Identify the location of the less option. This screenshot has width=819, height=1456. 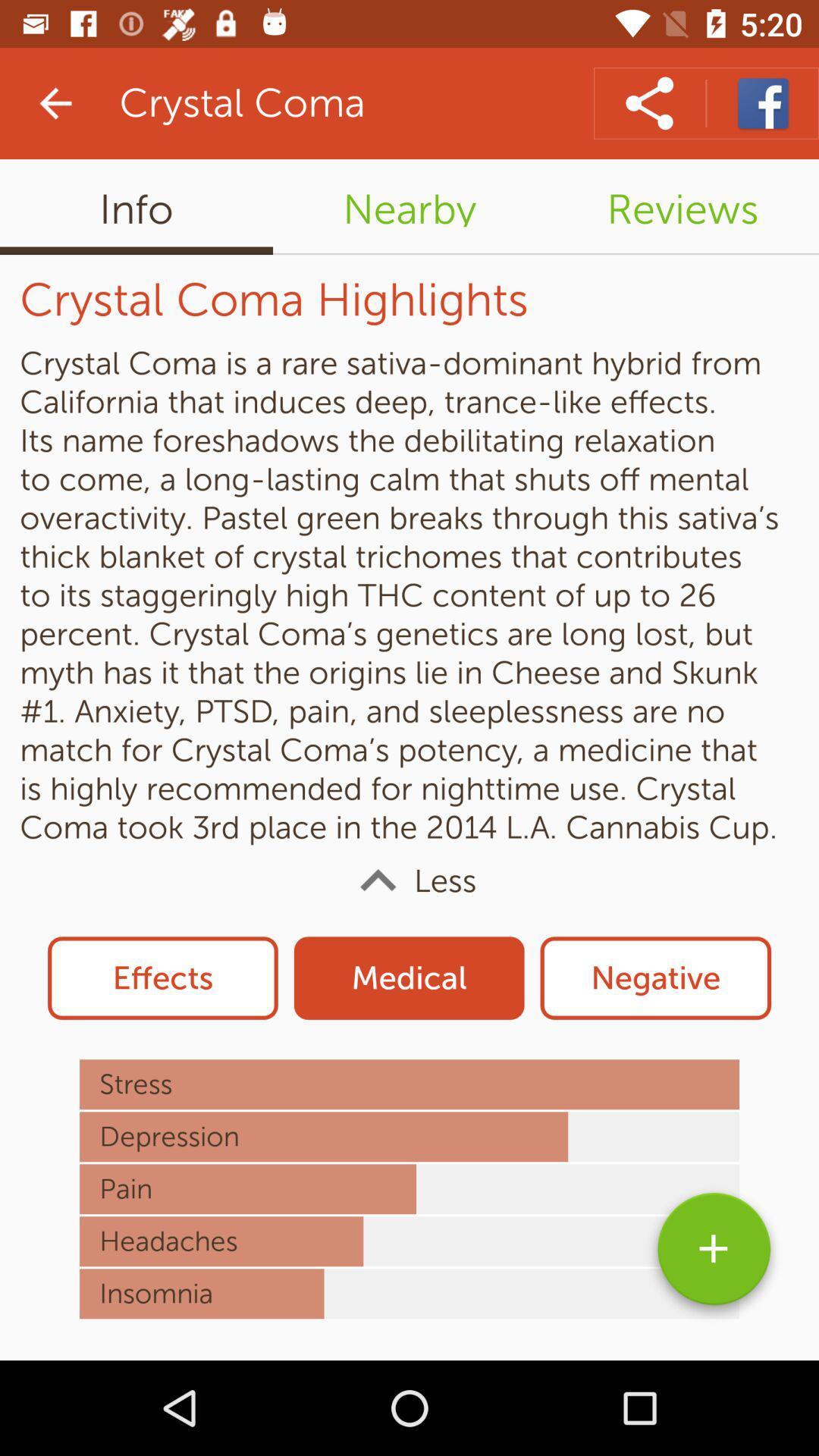
(409, 880).